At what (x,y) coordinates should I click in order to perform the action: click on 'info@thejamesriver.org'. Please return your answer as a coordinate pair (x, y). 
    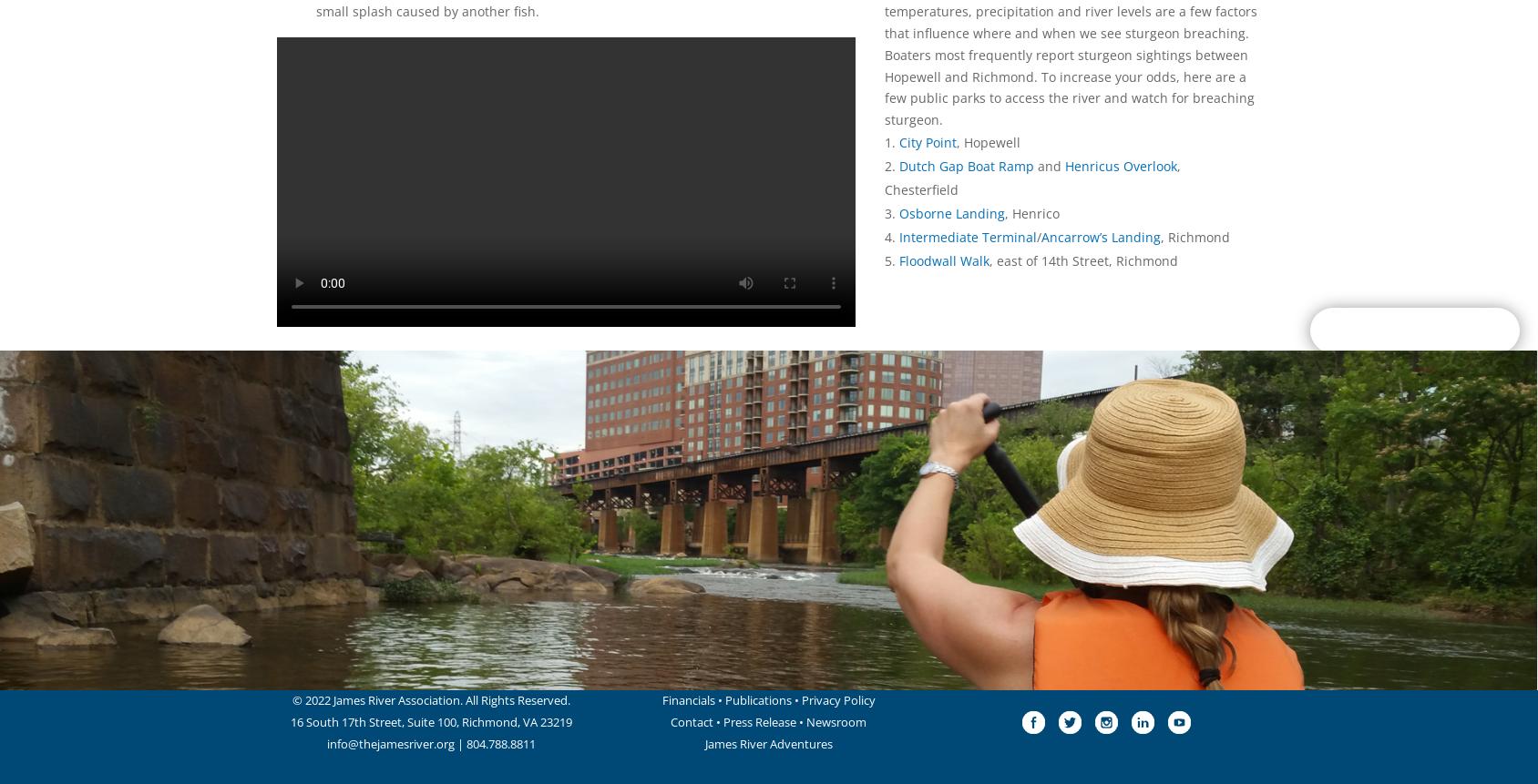
    Looking at the image, I should click on (389, 743).